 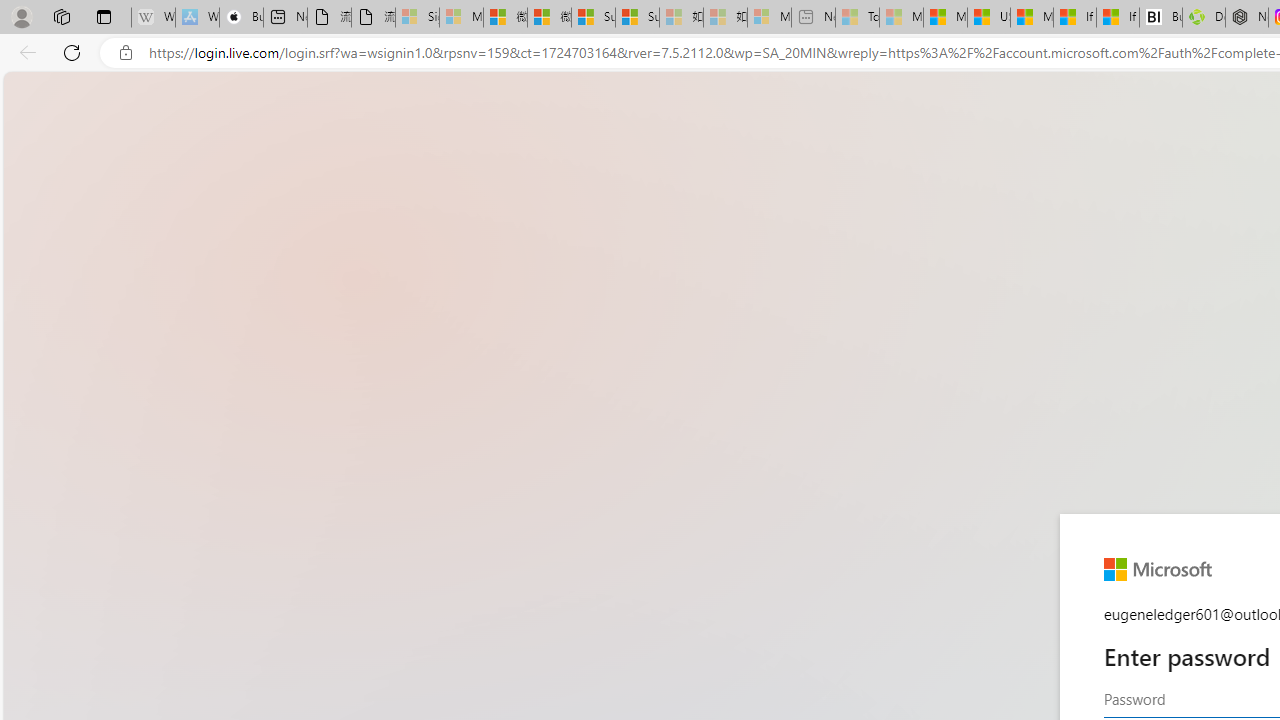 What do you see at coordinates (416, 17) in the screenshot?
I see `'Sign in to your Microsoft account - Sleeping'` at bounding box center [416, 17].